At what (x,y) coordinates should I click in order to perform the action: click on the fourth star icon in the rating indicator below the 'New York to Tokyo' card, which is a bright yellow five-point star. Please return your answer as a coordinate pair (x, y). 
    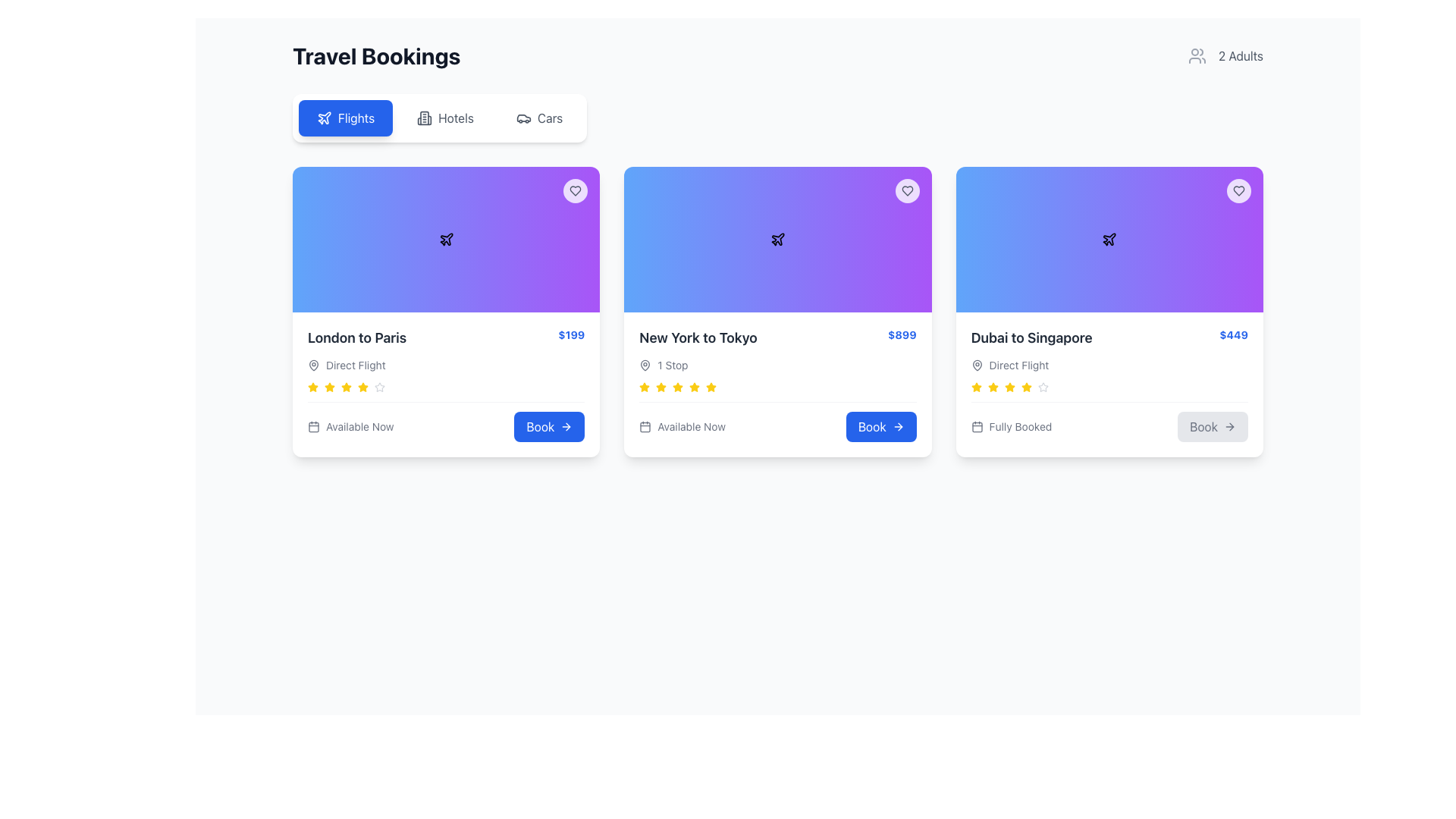
    Looking at the image, I should click on (661, 386).